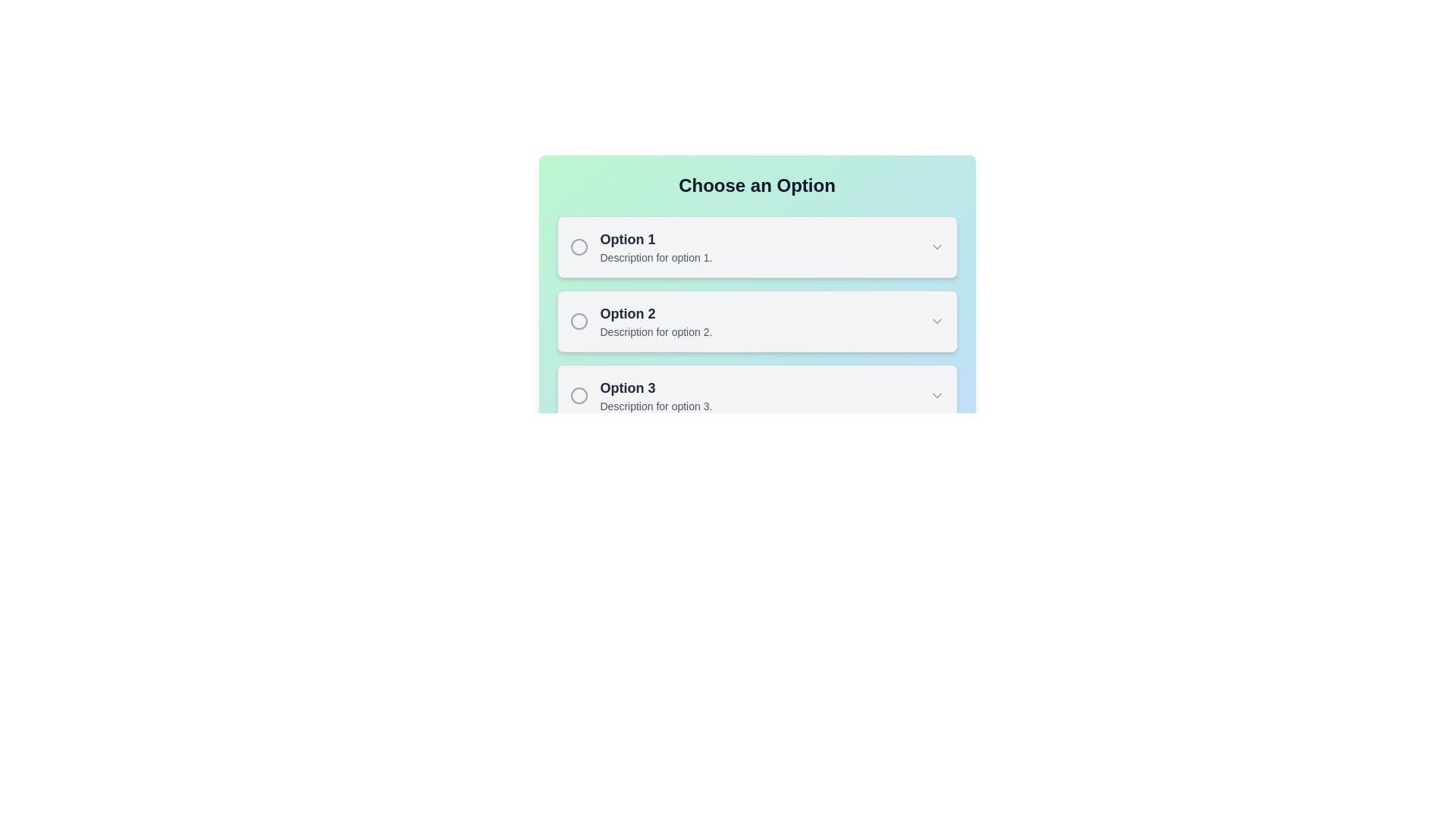 This screenshot has height=819, width=1456. What do you see at coordinates (578, 394) in the screenshot?
I see `the radio button for 'Option 3'` at bounding box center [578, 394].